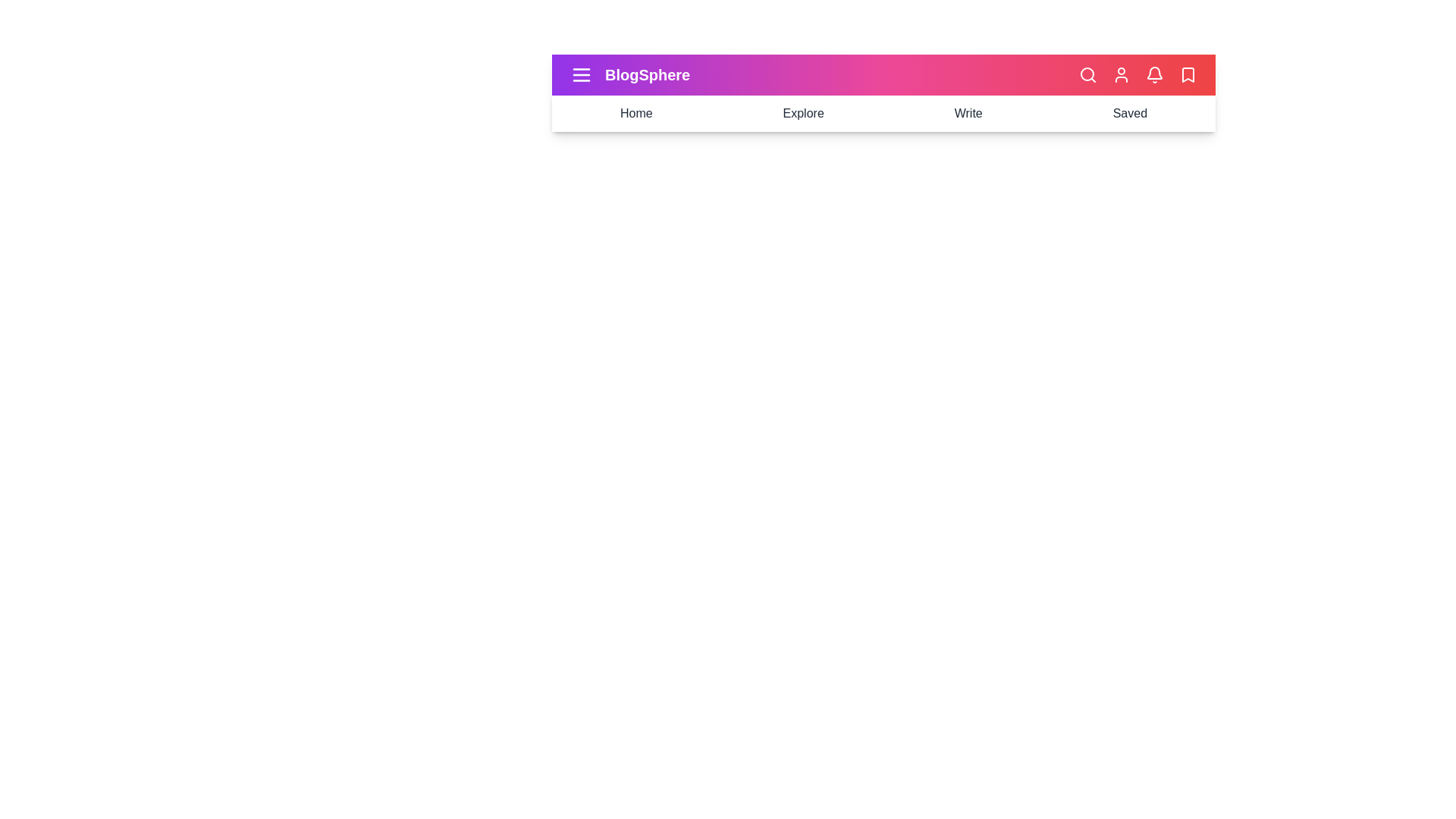 The height and width of the screenshot is (819, 1456). I want to click on the element Write to preview its effect, so click(967, 113).